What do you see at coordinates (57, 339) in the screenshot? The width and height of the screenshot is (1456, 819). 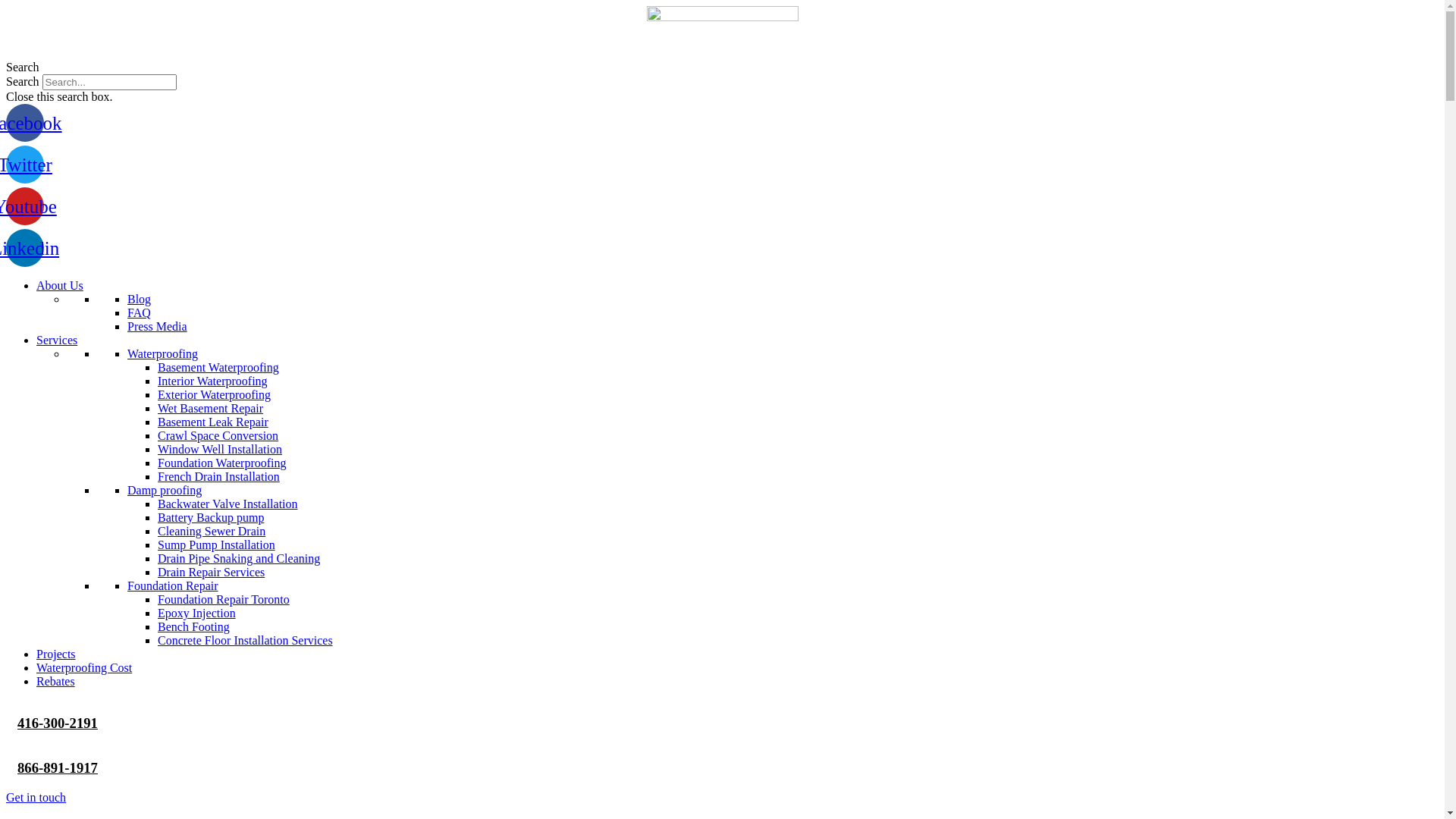 I see `'Services'` at bounding box center [57, 339].